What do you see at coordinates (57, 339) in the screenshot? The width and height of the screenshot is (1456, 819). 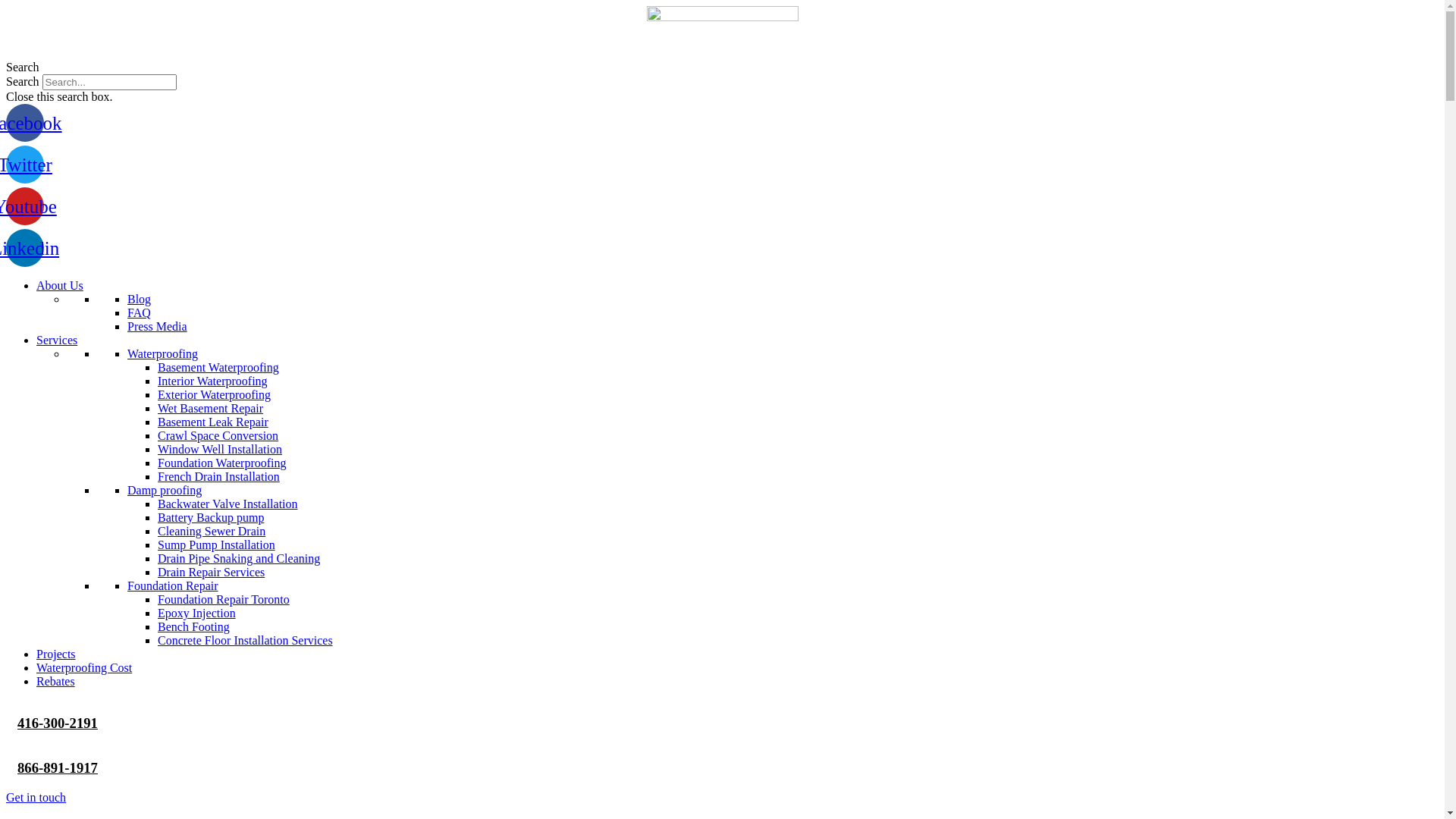 I see `'Services'` at bounding box center [57, 339].